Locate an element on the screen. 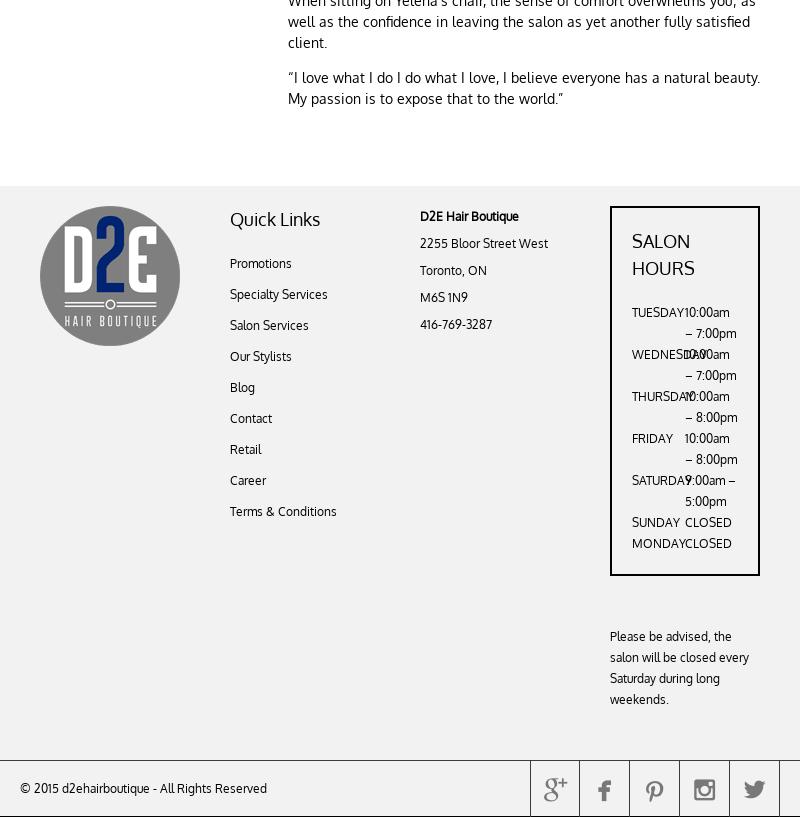 This screenshot has height=817, width=800. 'M6S 1N9' is located at coordinates (443, 297).